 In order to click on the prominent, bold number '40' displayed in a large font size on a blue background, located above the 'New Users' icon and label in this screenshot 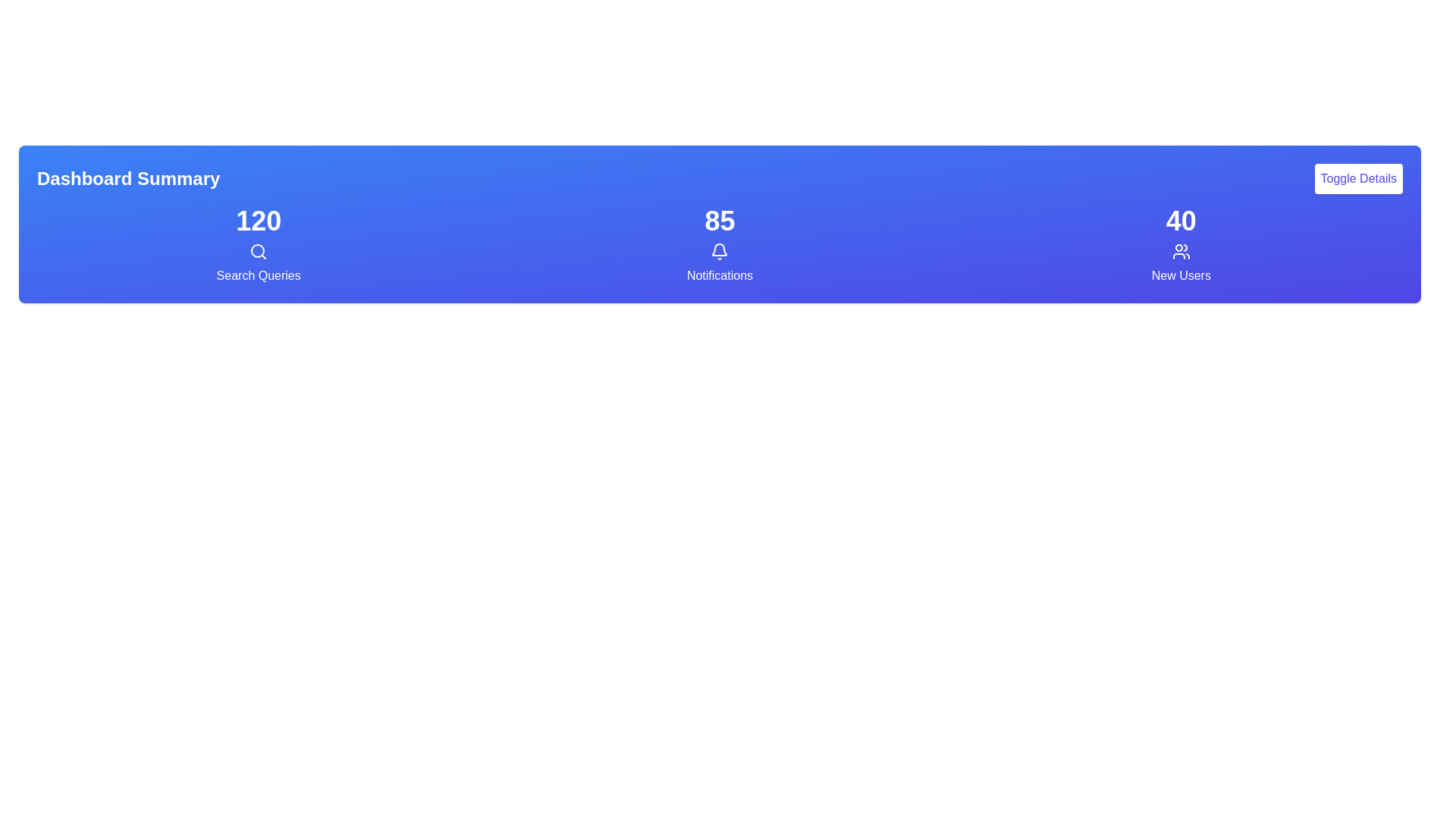, I will do `click(1180, 221)`.